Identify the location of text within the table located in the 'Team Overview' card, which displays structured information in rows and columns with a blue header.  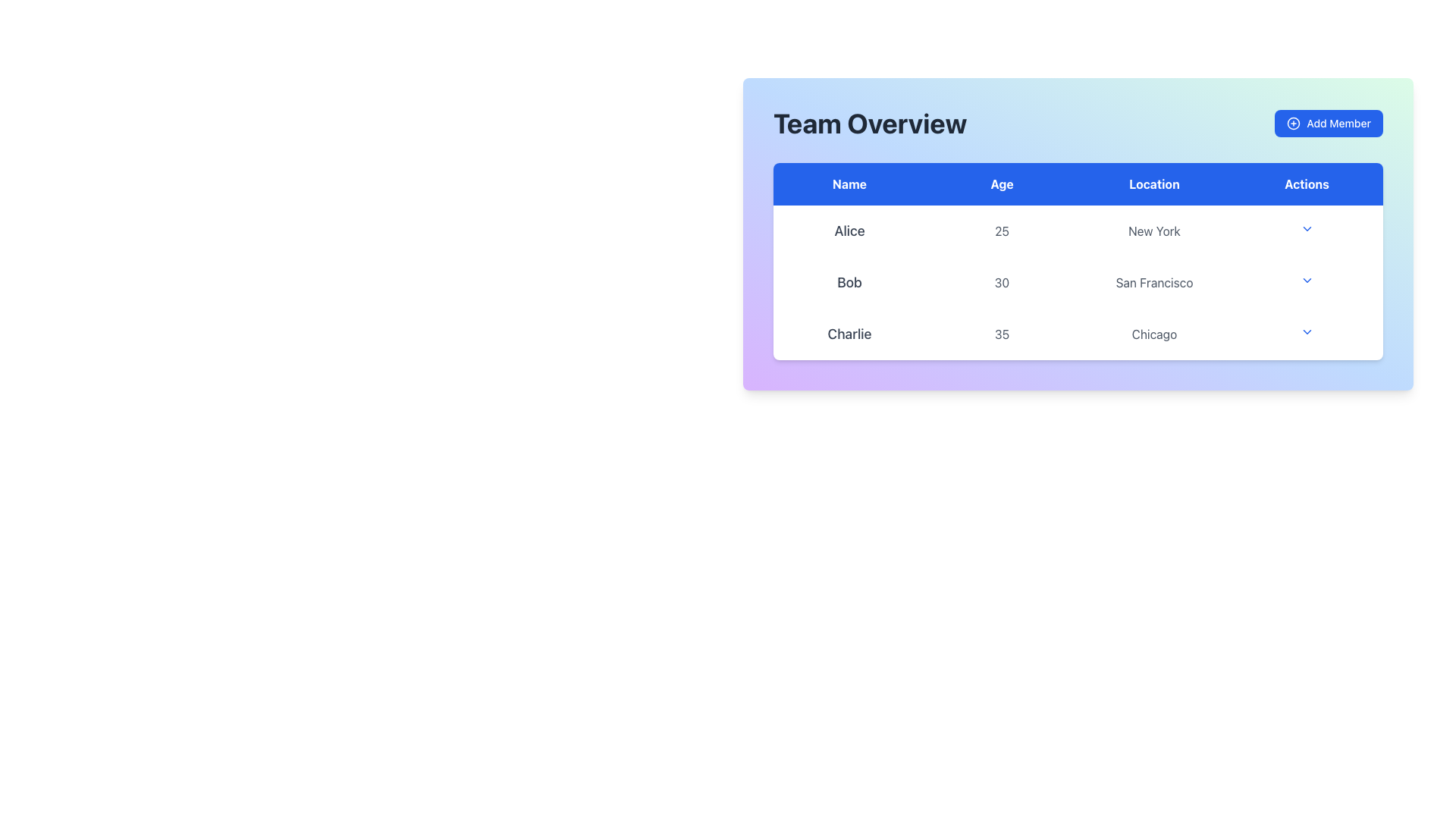
(1077, 260).